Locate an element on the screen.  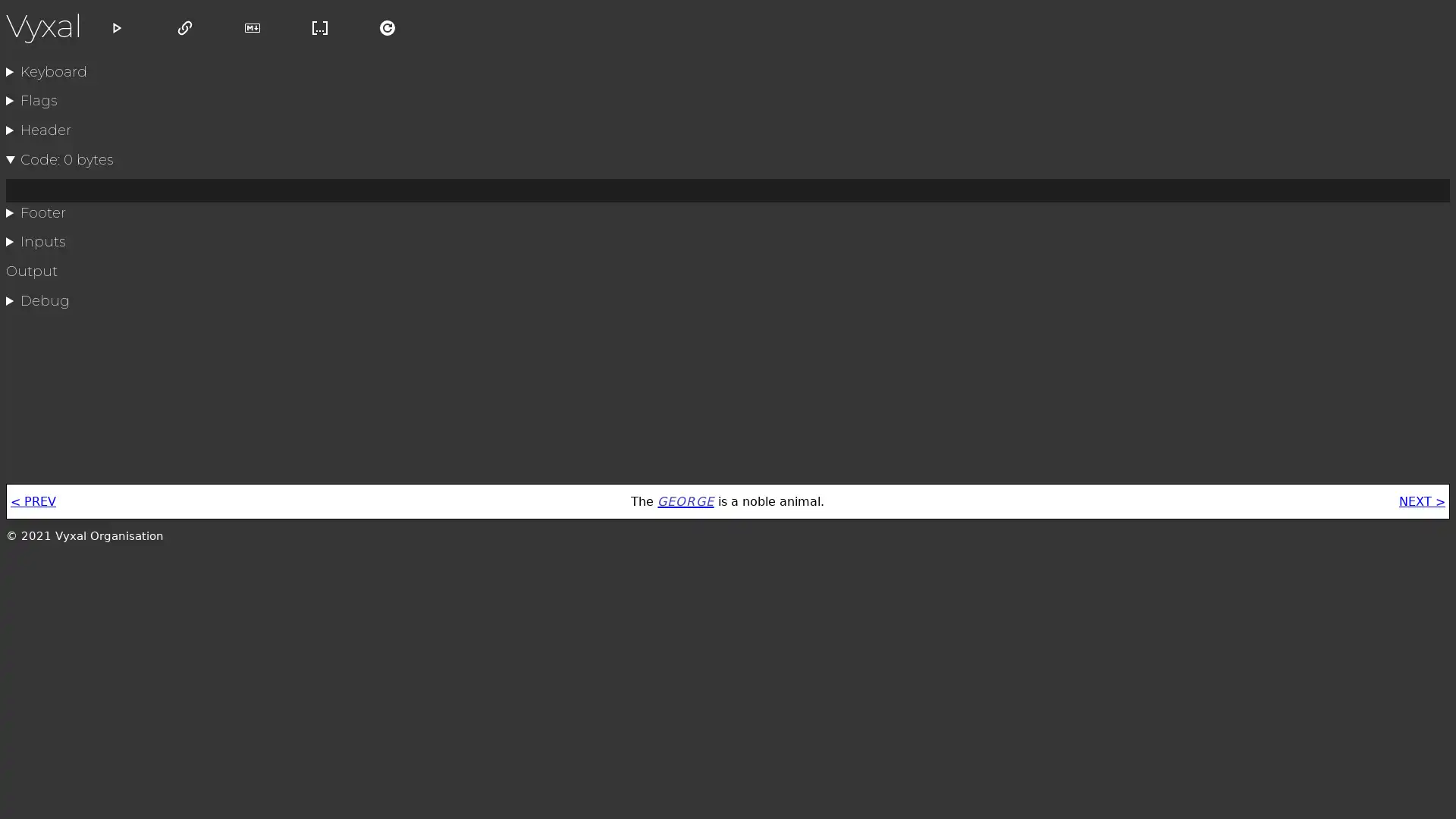
Generate Code Golf Submission is located at coordinates (252, 33).